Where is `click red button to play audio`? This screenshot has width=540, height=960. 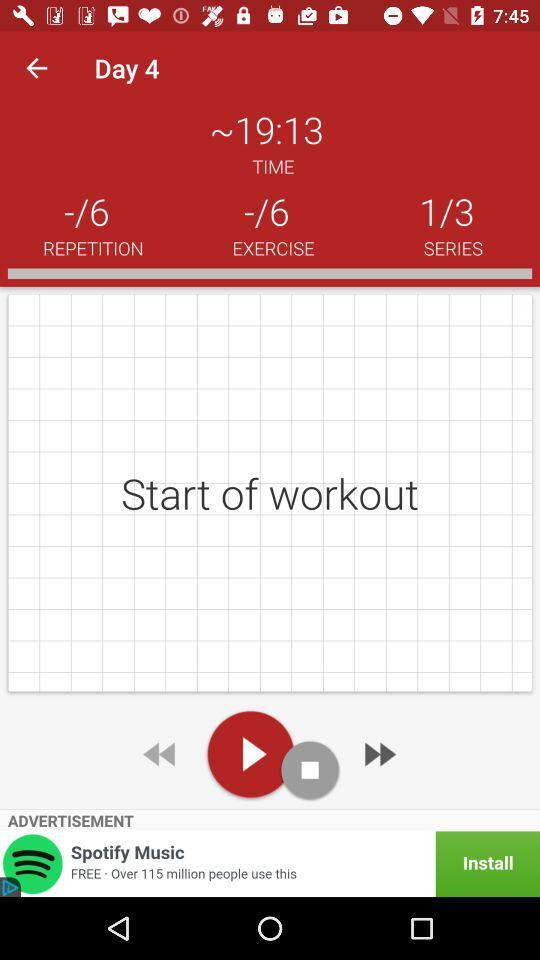
click red button to play audio is located at coordinates (250, 753).